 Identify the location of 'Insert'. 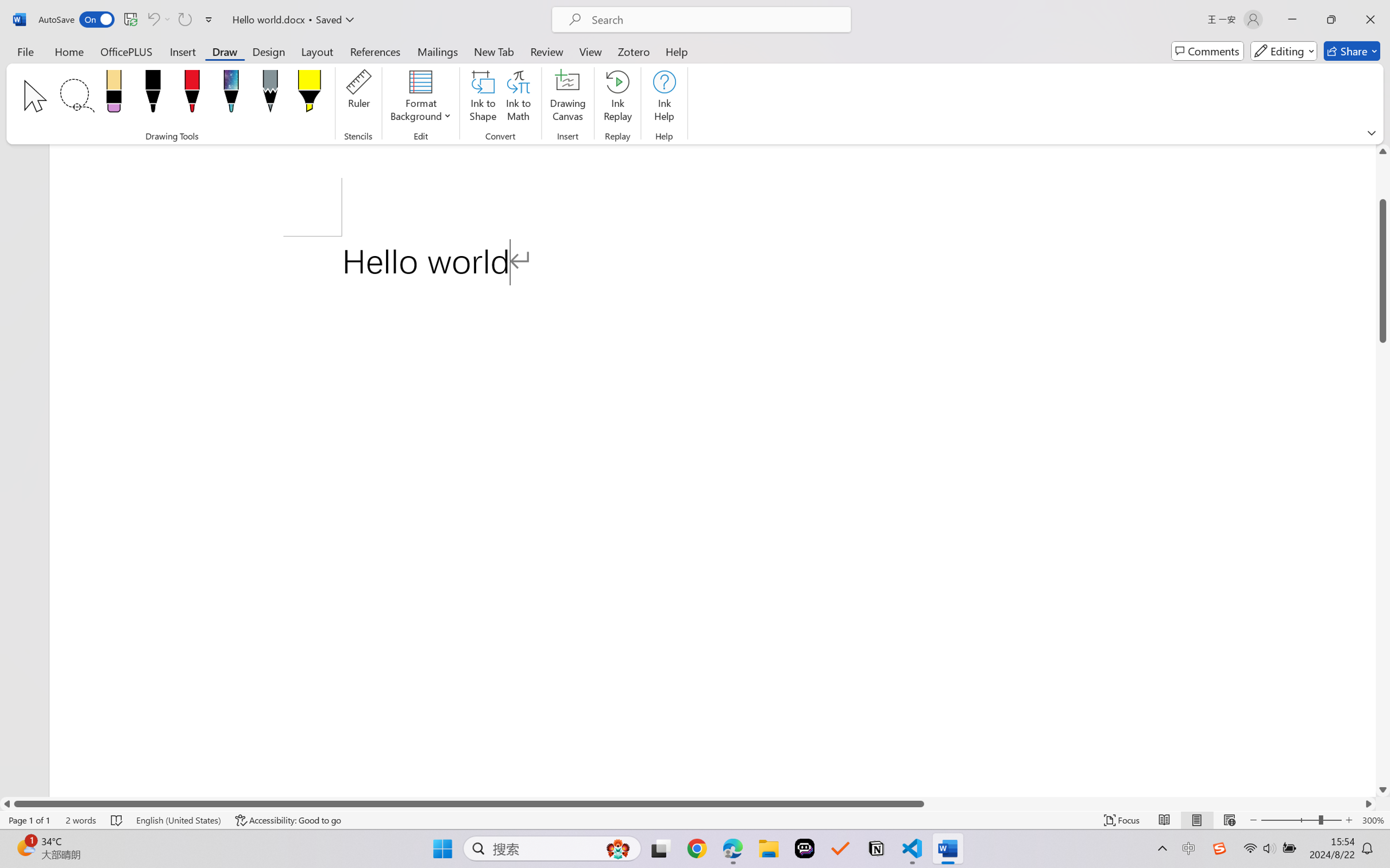
(182, 51).